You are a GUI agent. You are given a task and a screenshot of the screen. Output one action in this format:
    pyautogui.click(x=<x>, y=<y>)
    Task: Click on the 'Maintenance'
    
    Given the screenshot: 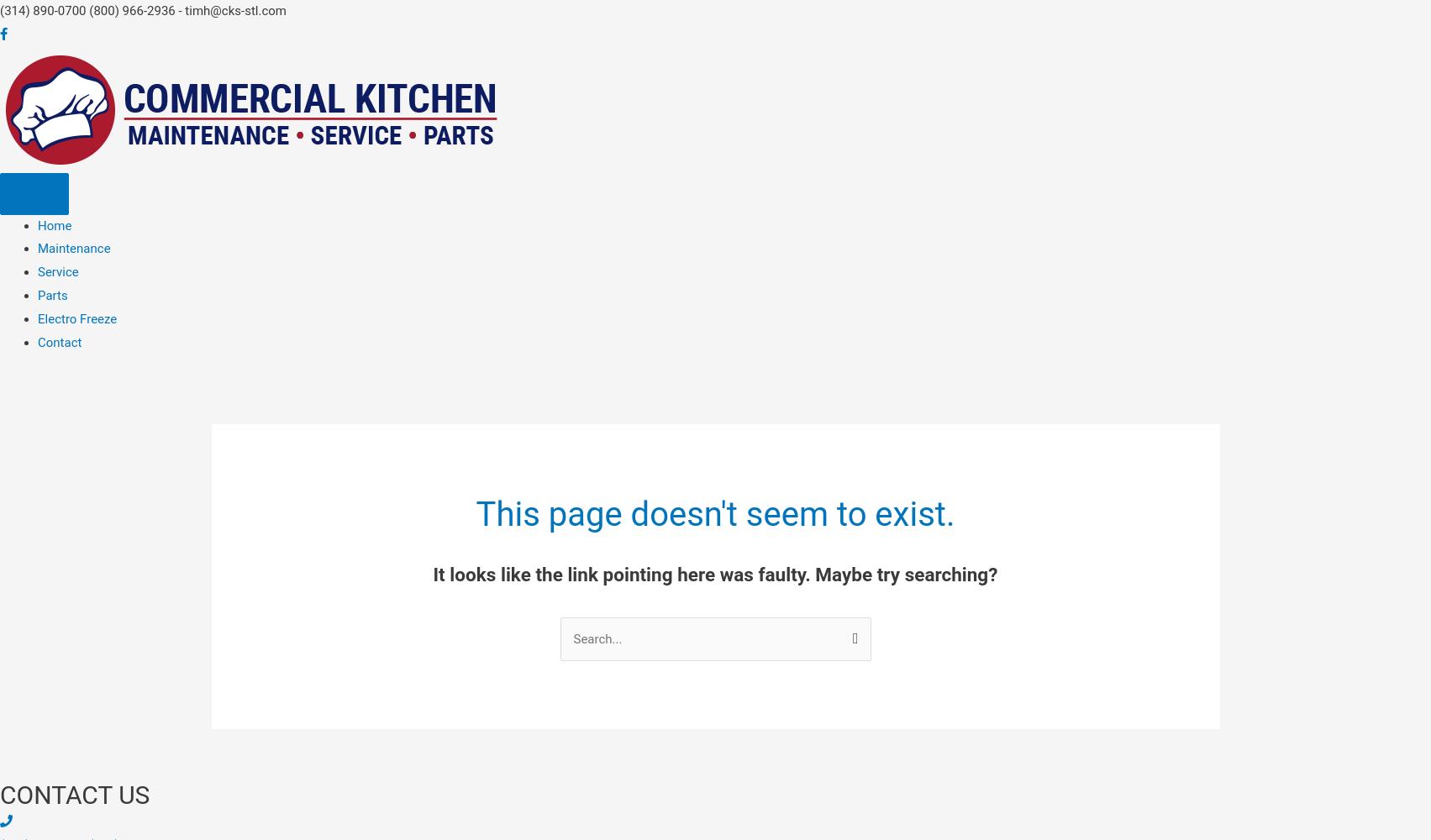 What is the action you would take?
    pyautogui.click(x=74, y=249)
    